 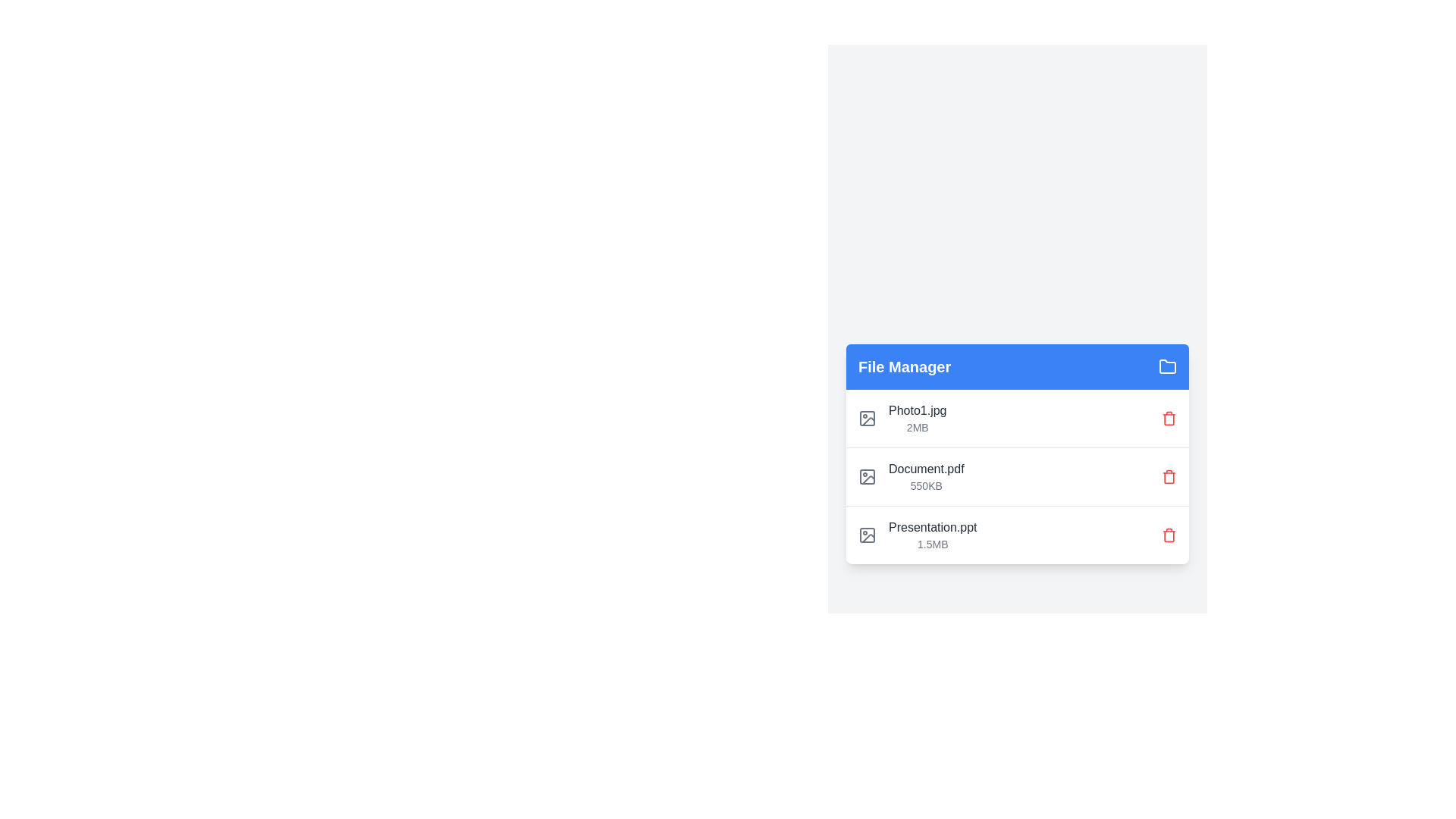 What do you see at coordinates (1167, 366) in the screenshot?
I see `the folder icon located in the top-right corner of the 'File Manager' section, which is highlighted with a blue banner` at bounding box center [1167, 366].